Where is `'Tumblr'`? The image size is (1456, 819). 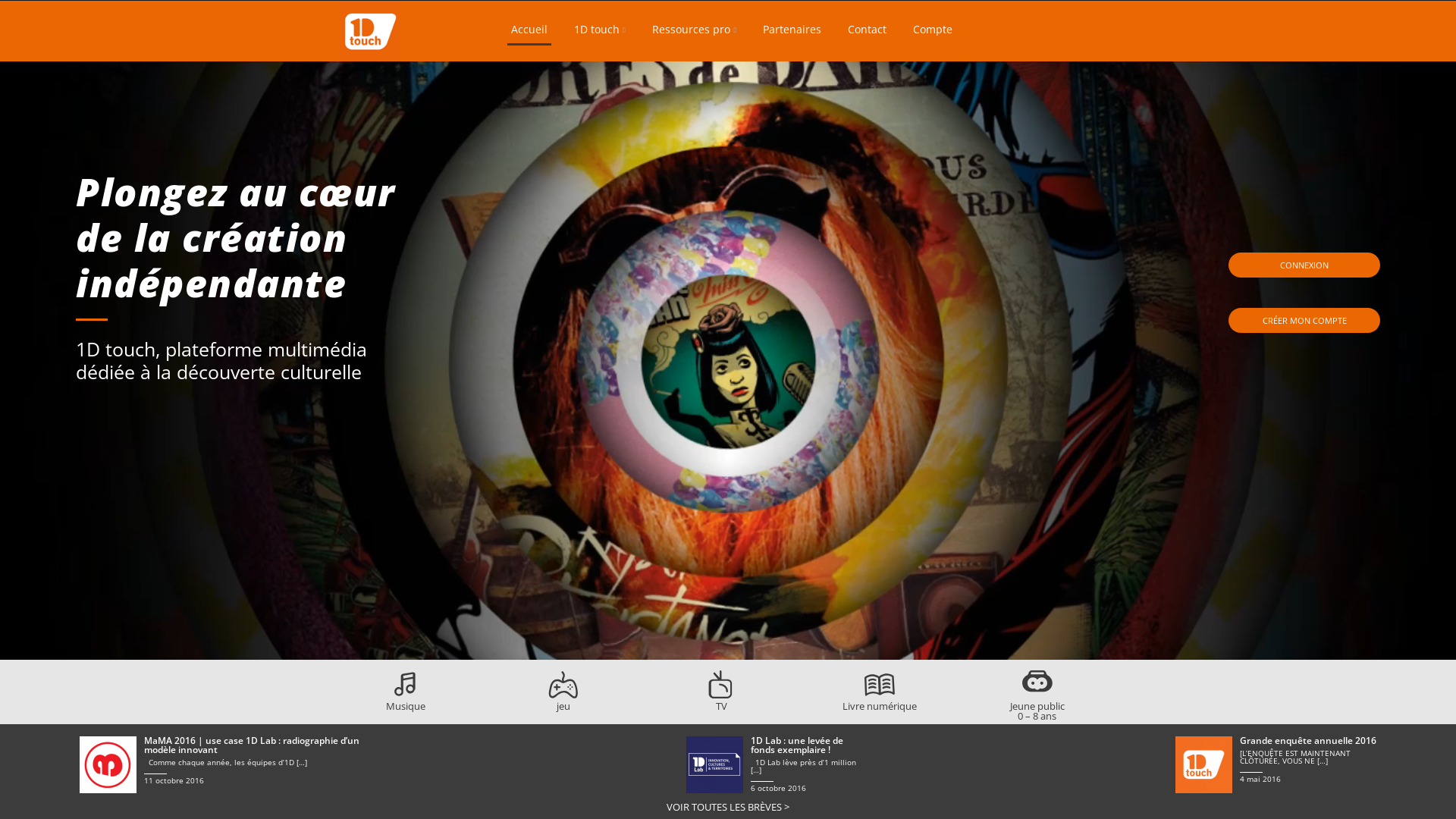 'Tumblr' is located at coordinates (1100, 29).